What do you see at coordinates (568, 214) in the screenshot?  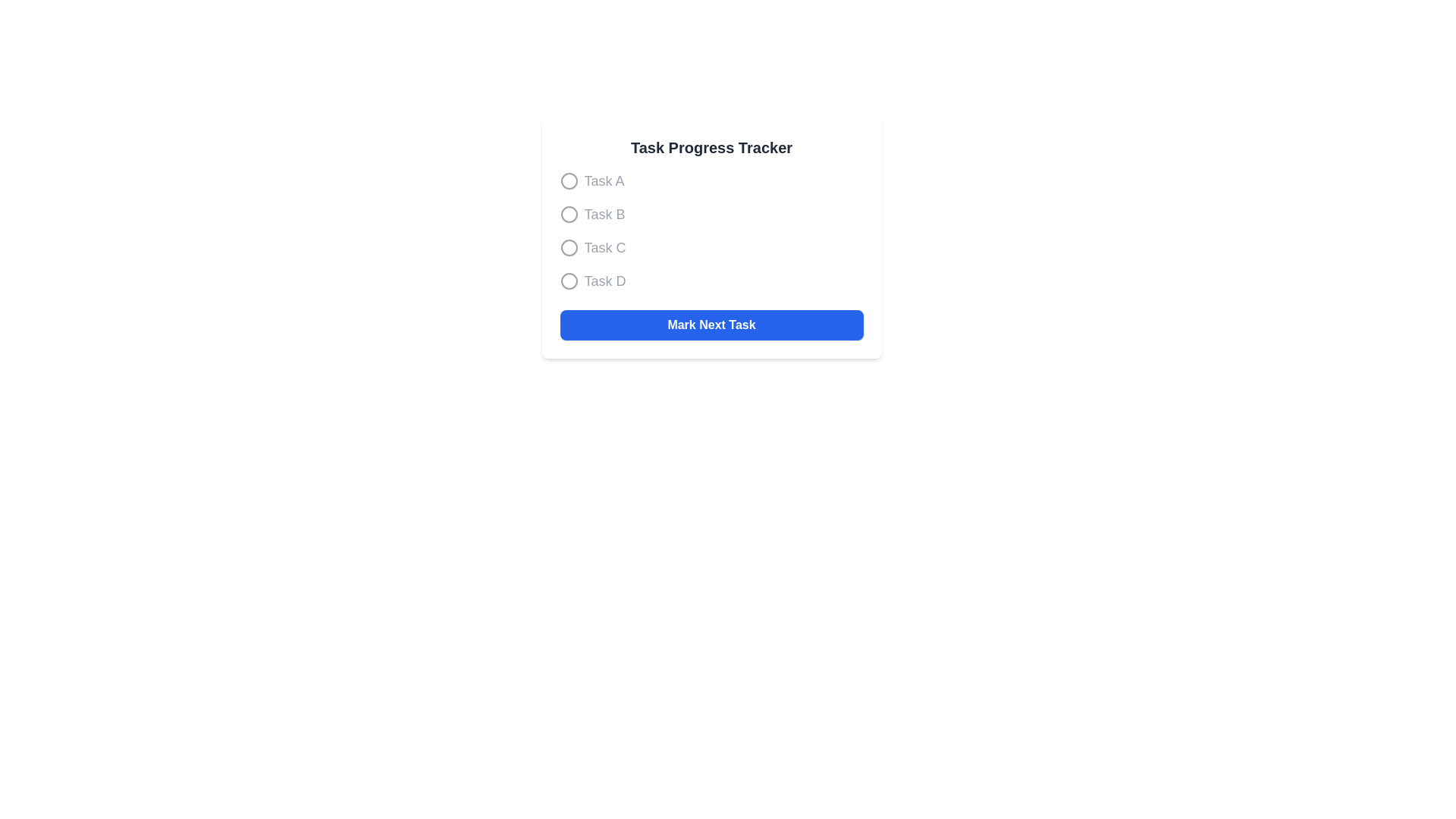 I see `the radio button for 'Task B'` at bounding box center [568, 214].